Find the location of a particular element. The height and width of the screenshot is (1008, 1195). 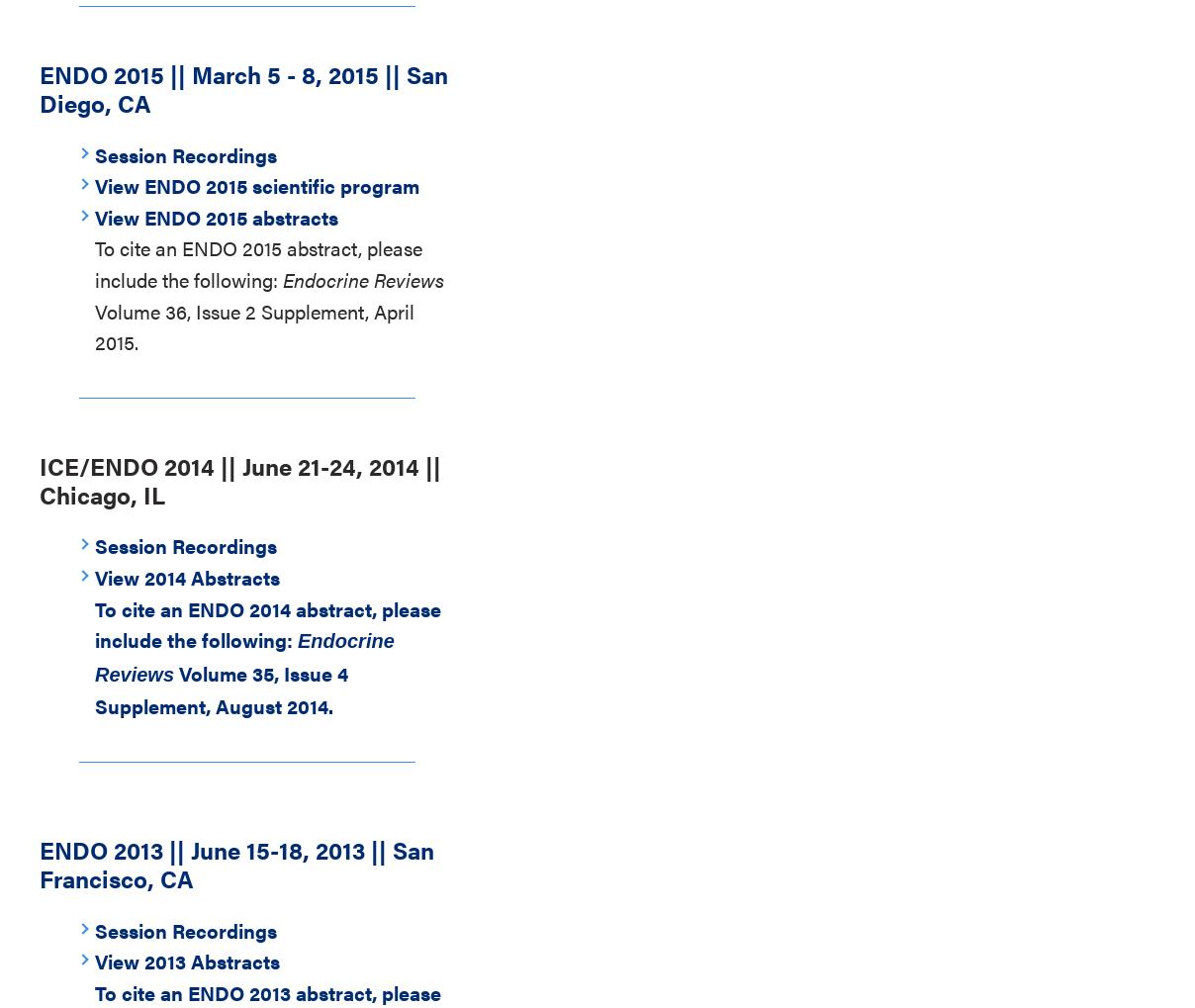

'View ENDO 2015 scientific program' is located at coordinates (256, 184).